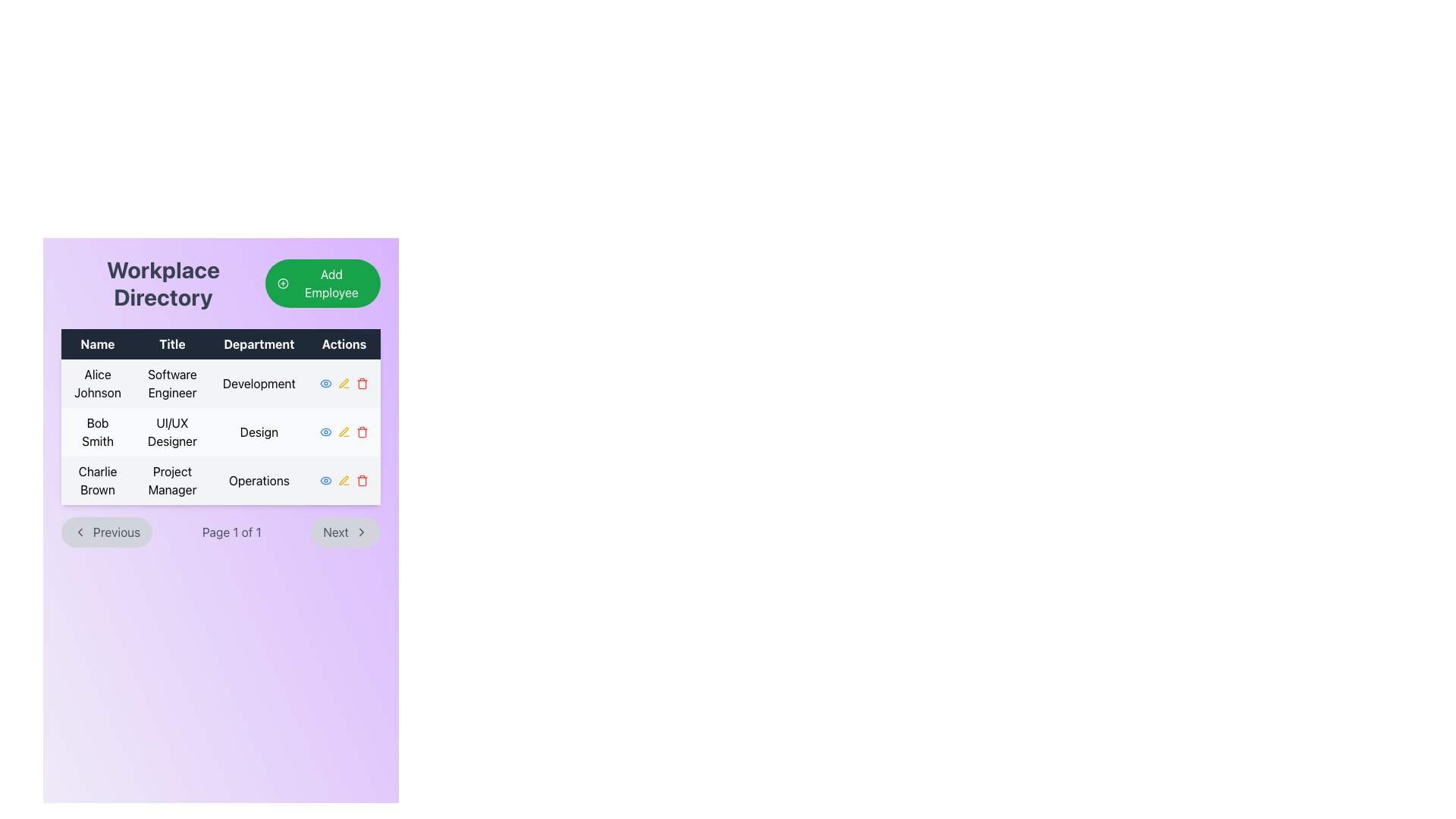 This screenshot has height=819, width=1456. Describe the element at coordinates (343, 382) in the screenshot. I see `the edit button in the 'Actions' column of the second row of the table, located between the eye icon and the red trash icon` at that location.